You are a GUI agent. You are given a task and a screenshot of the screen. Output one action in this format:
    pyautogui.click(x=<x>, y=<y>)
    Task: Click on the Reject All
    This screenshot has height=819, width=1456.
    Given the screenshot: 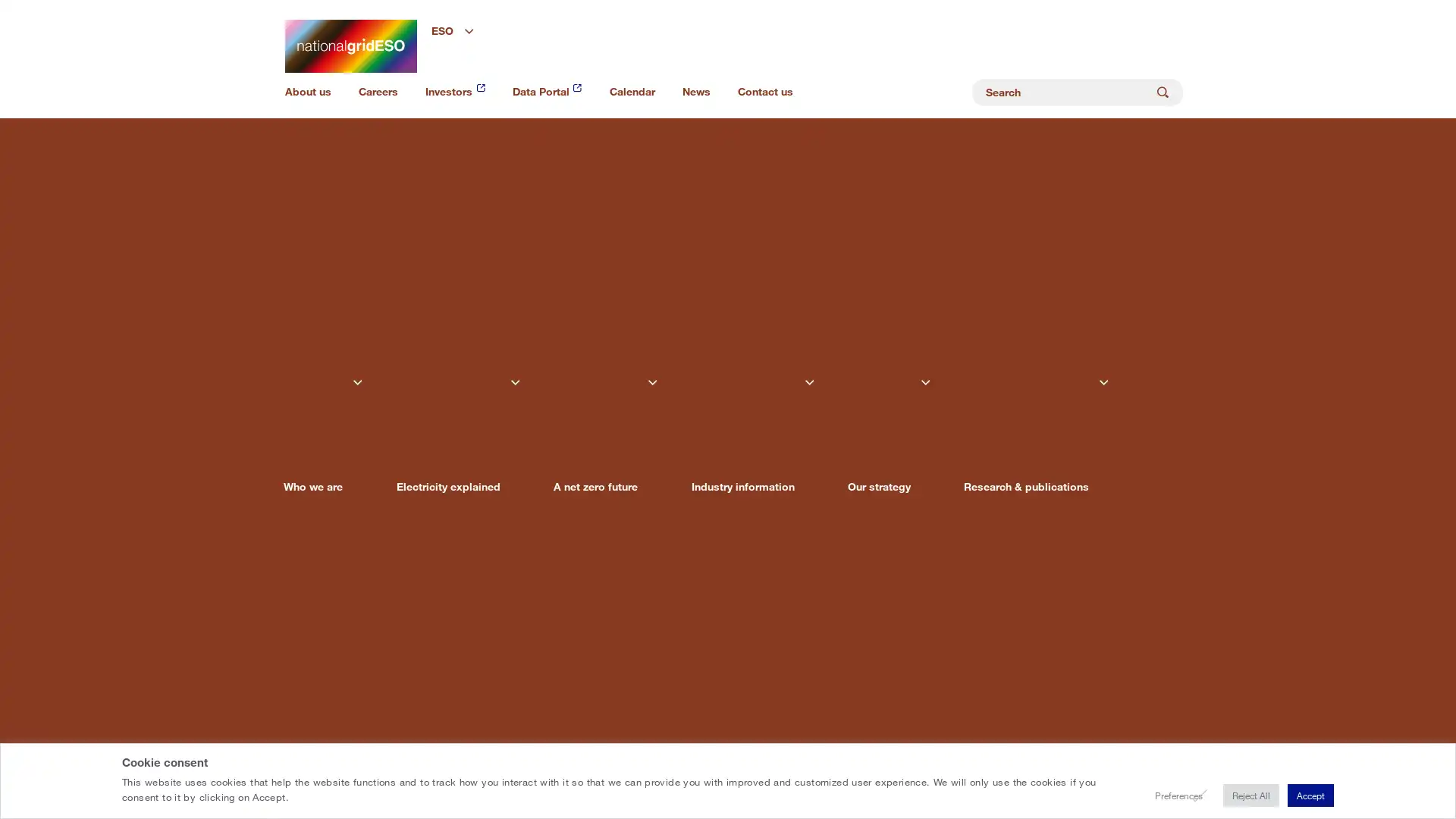 What is the action you would take?
    pyautogui.click(x=1237, y=795)
    